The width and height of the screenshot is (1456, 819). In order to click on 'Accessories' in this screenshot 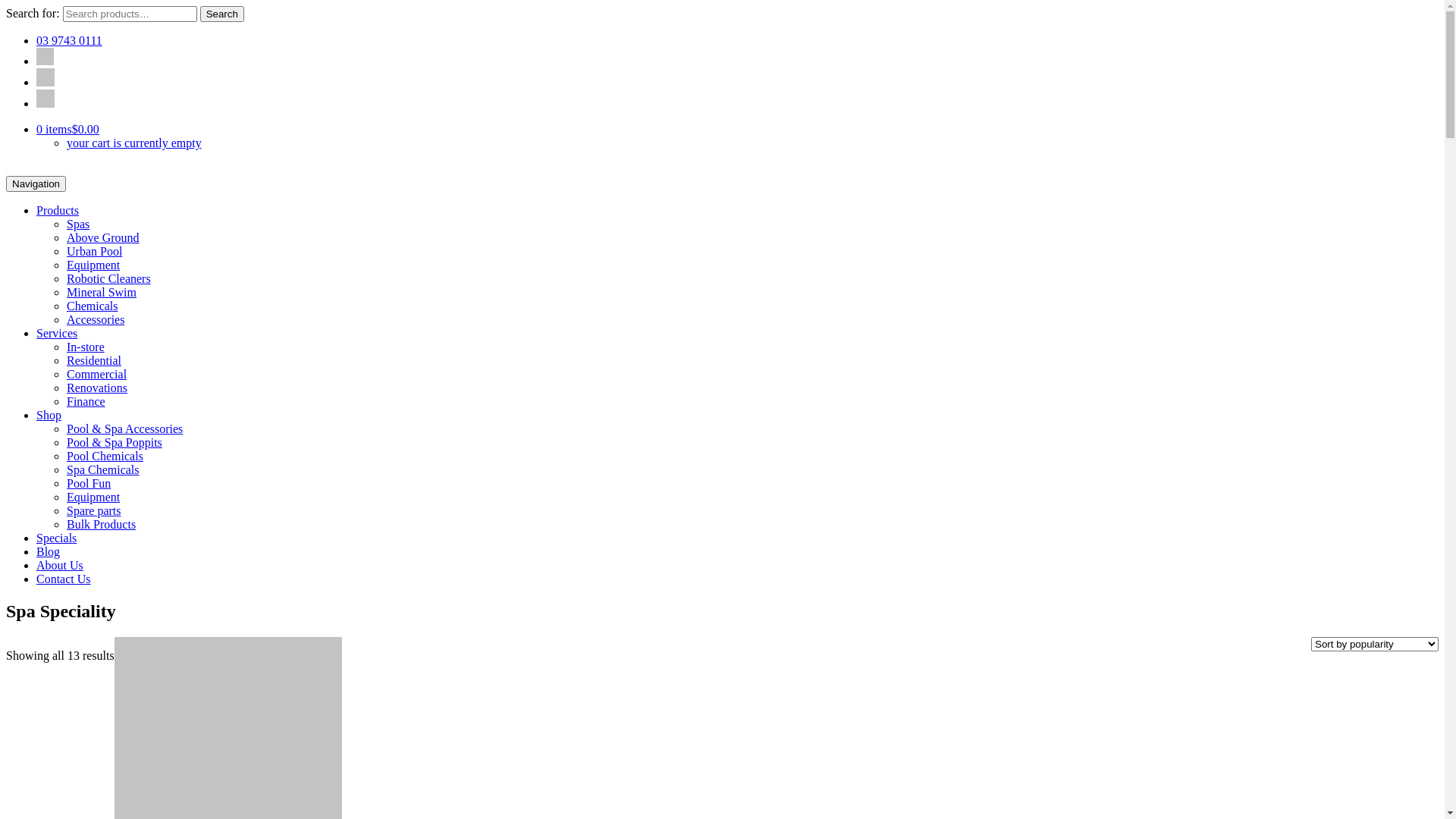, I will do `click(94, 318)`.